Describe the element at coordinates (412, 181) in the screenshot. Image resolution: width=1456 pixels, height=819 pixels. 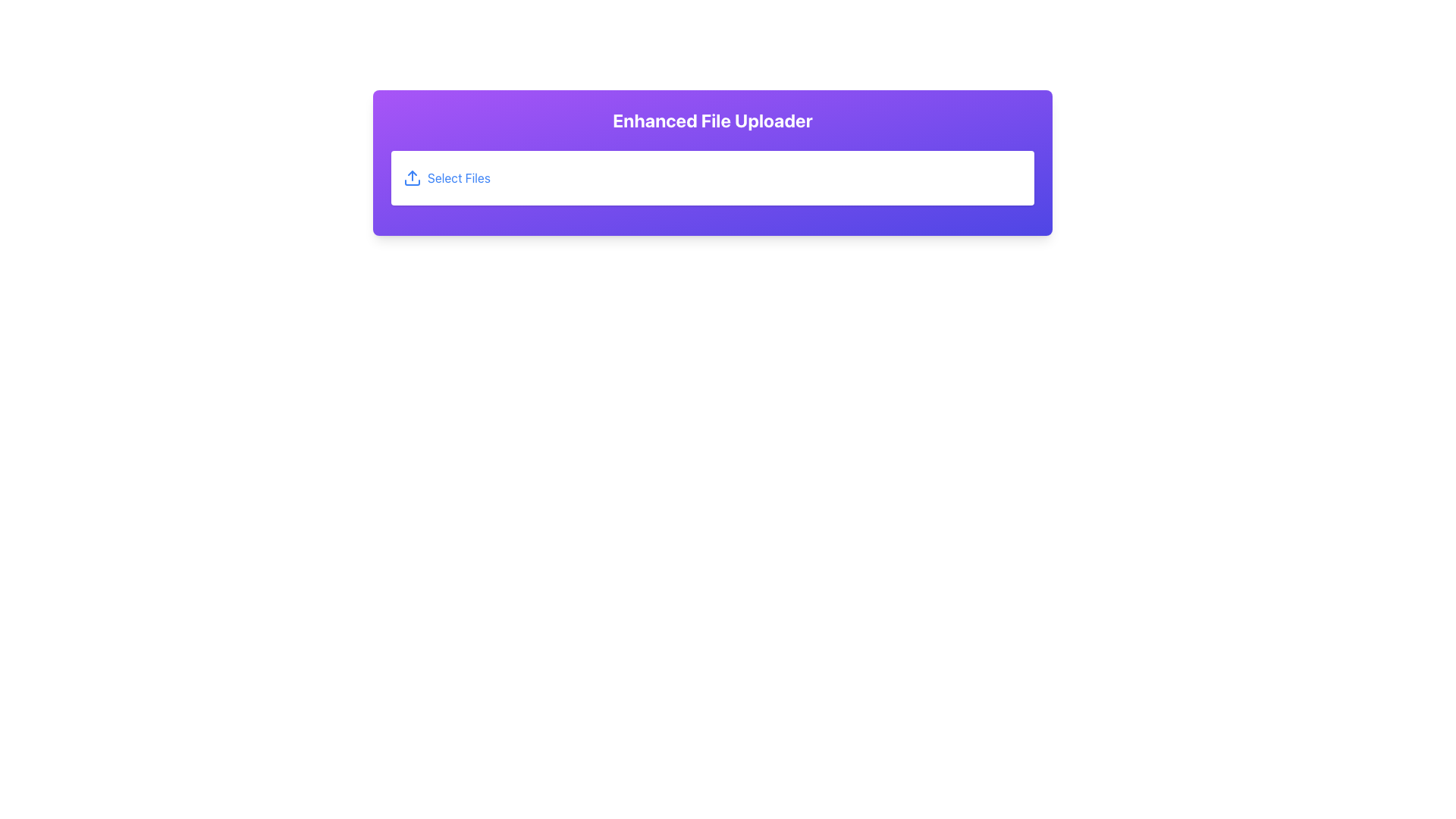
I see `the decorative horizontal line that serves as the bottom boundary of the file upload icon, located to the left of the 'Select Files' text link in the purple header area` at that location.